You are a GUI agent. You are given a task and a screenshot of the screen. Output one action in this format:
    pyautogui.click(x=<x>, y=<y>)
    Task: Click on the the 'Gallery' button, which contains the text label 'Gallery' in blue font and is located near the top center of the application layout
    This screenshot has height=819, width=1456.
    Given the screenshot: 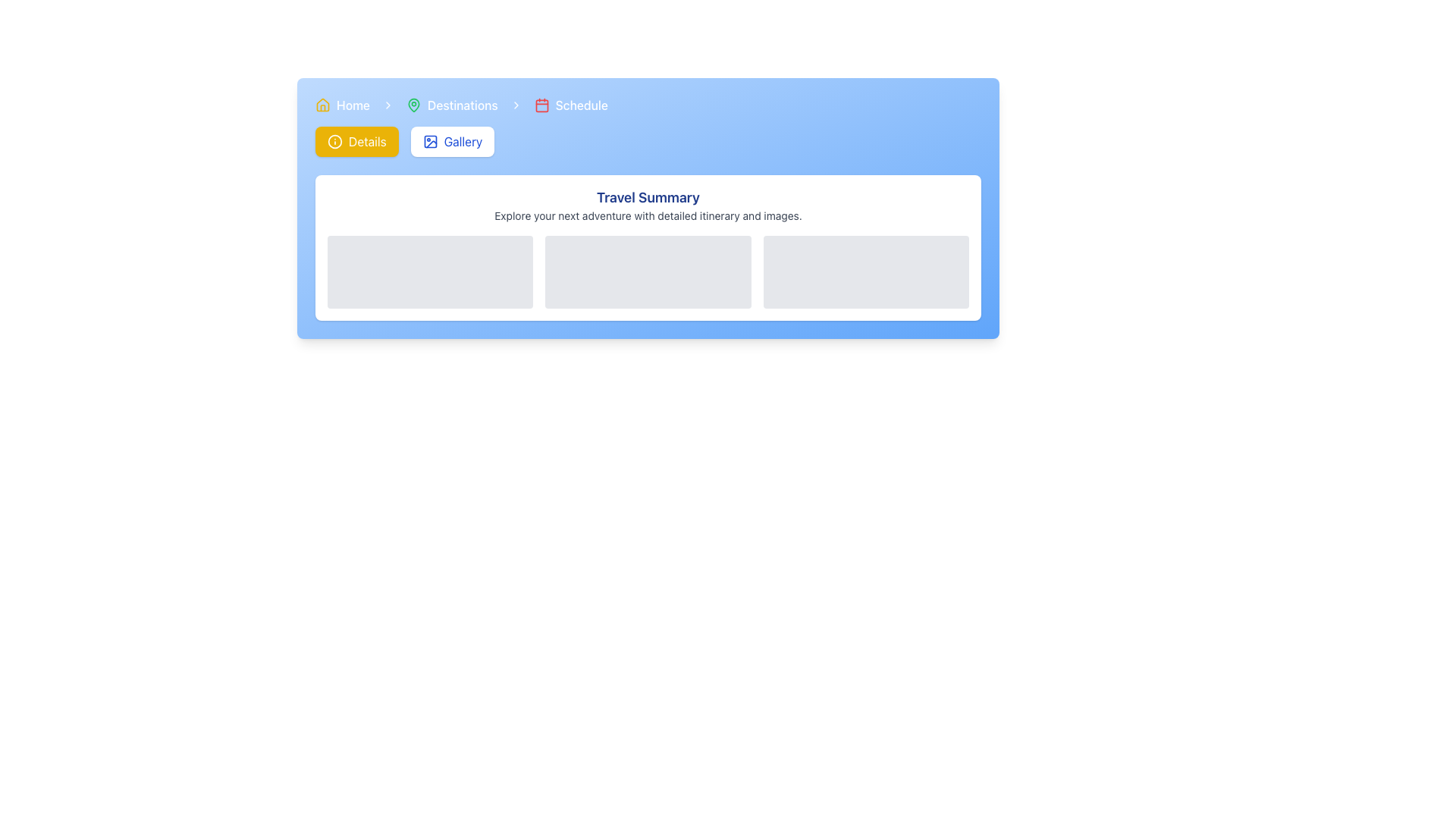 What is the action you would take?
    pyautogui.click(x=462, y=141)
    